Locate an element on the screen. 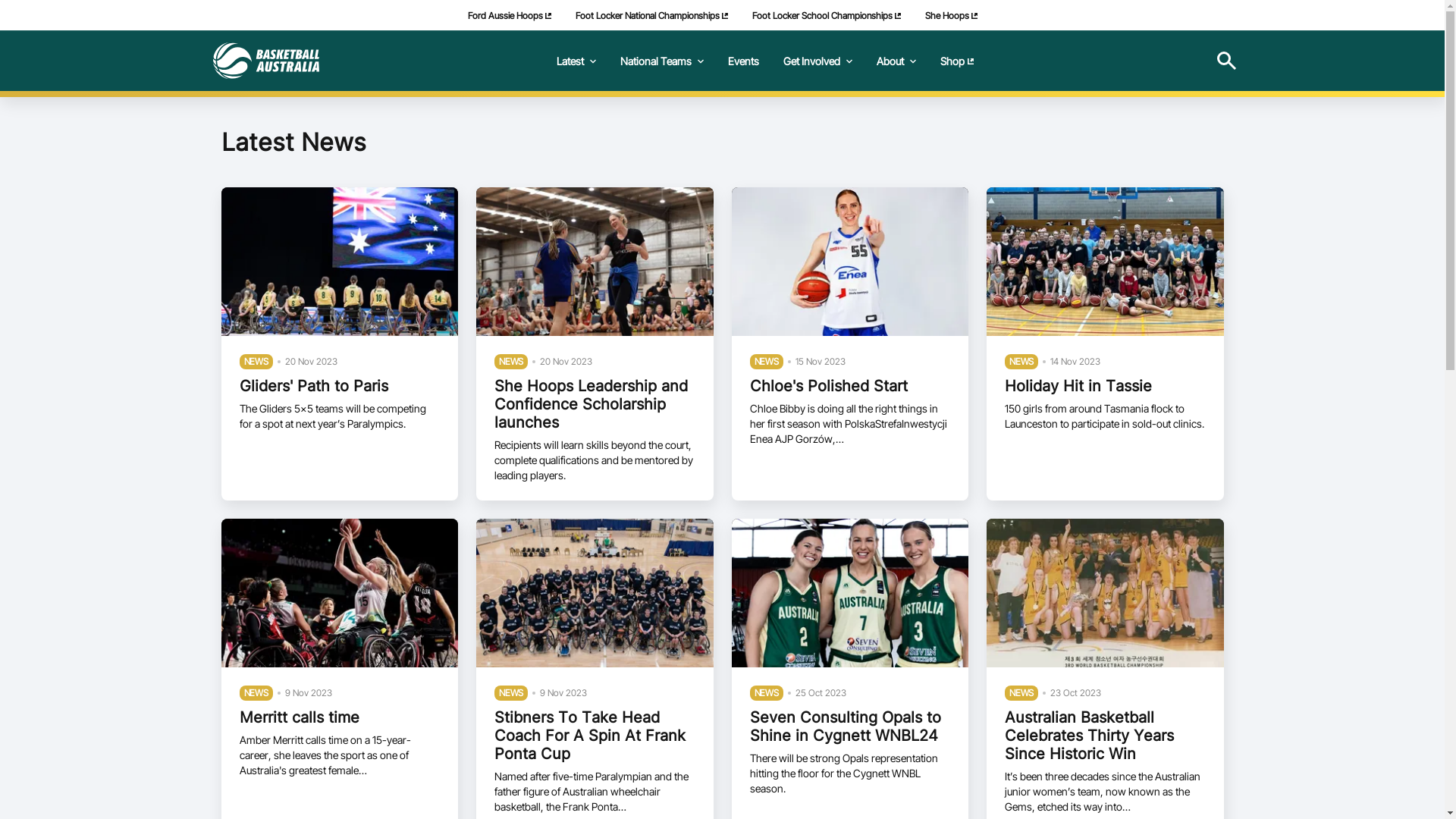  'Get Involved' is located at coordinates (816, 60).